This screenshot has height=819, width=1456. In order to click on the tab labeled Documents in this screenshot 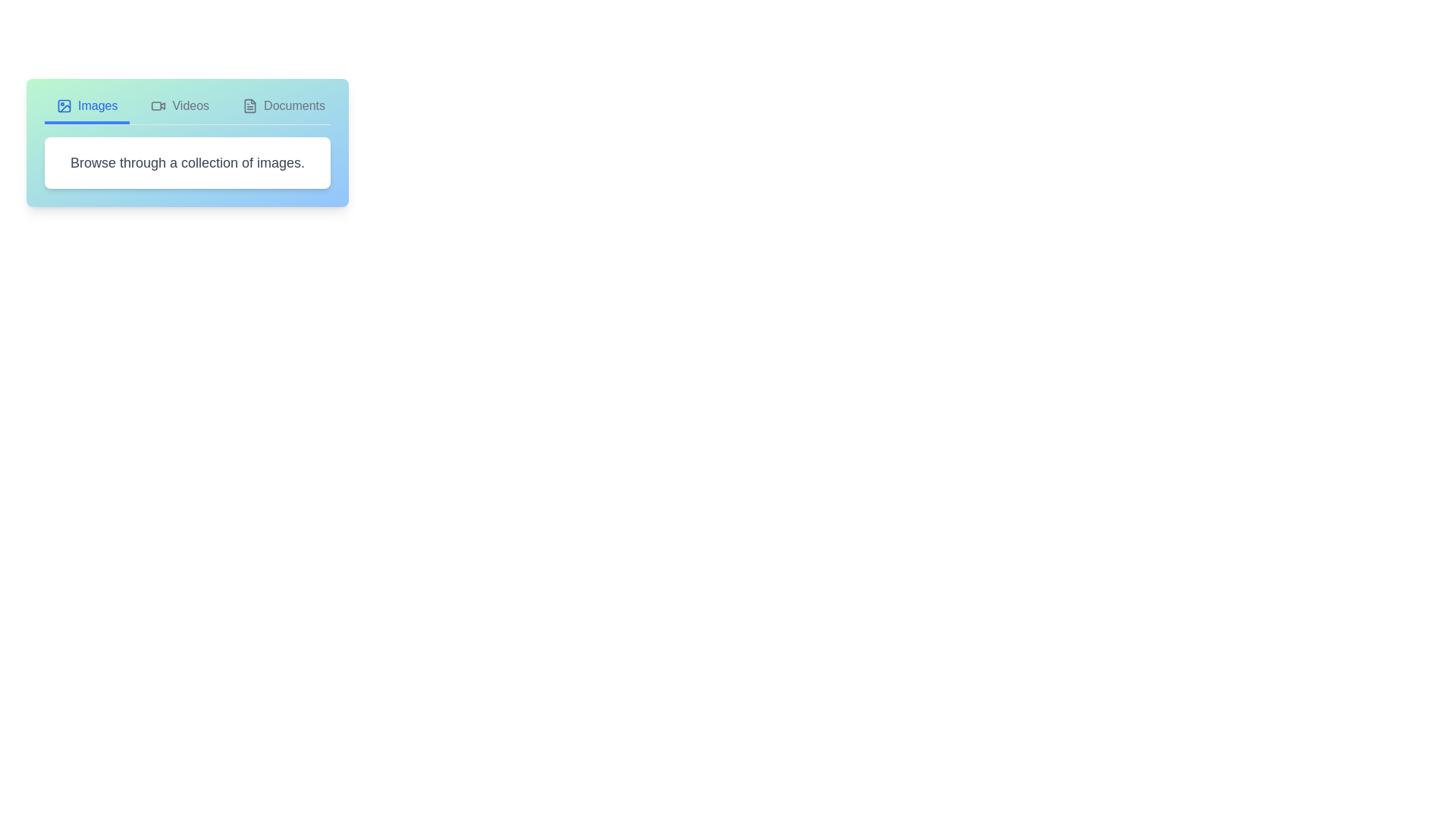, I will do `click(284, 110)`.